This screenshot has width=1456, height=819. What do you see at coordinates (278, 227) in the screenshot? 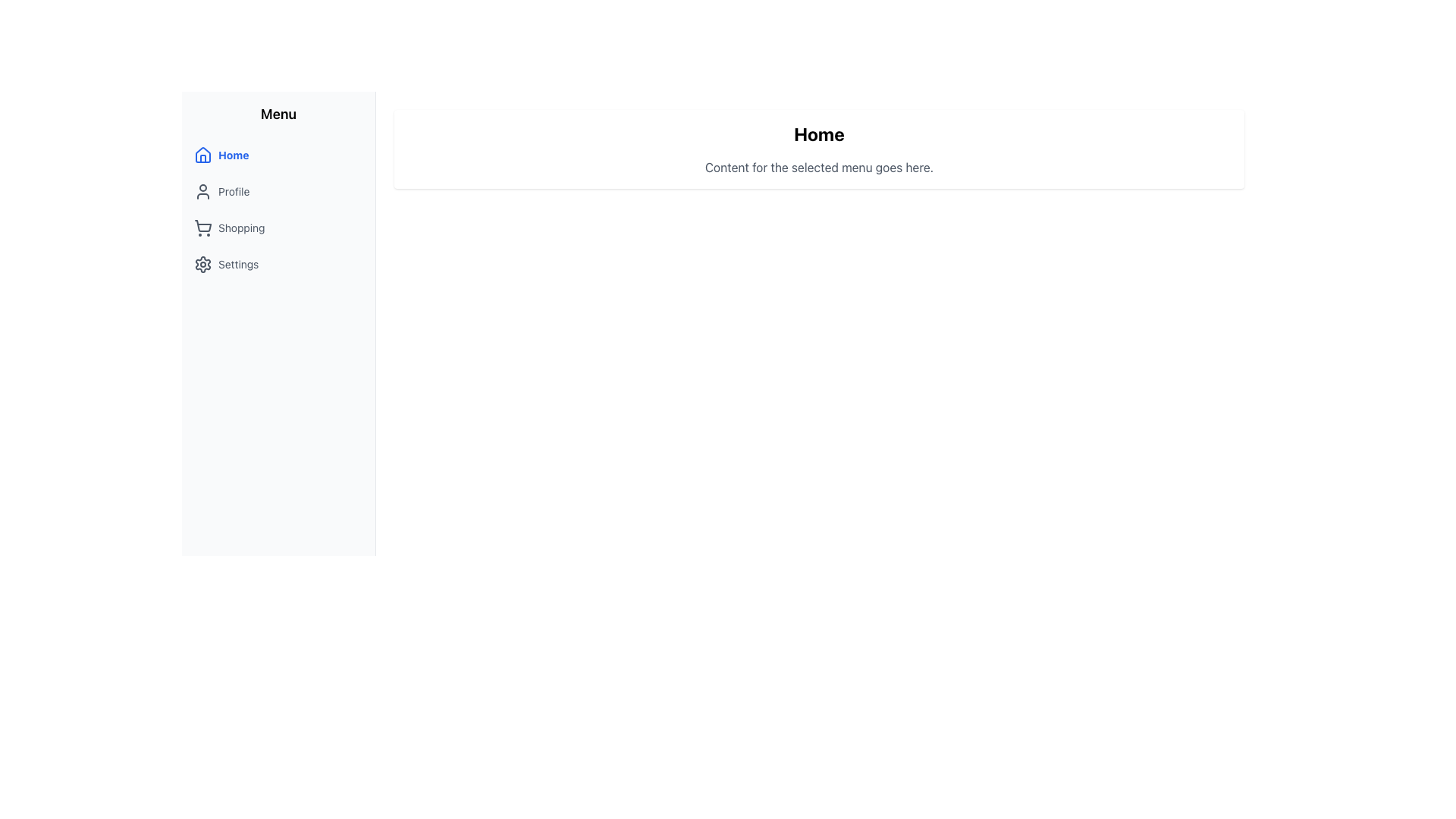
I see `the 'Shopping' button in the vertical navigation menu, which is styled in gray and located between the 'Profile' and 'Settings' menu items` at bounding box center [278, 227].